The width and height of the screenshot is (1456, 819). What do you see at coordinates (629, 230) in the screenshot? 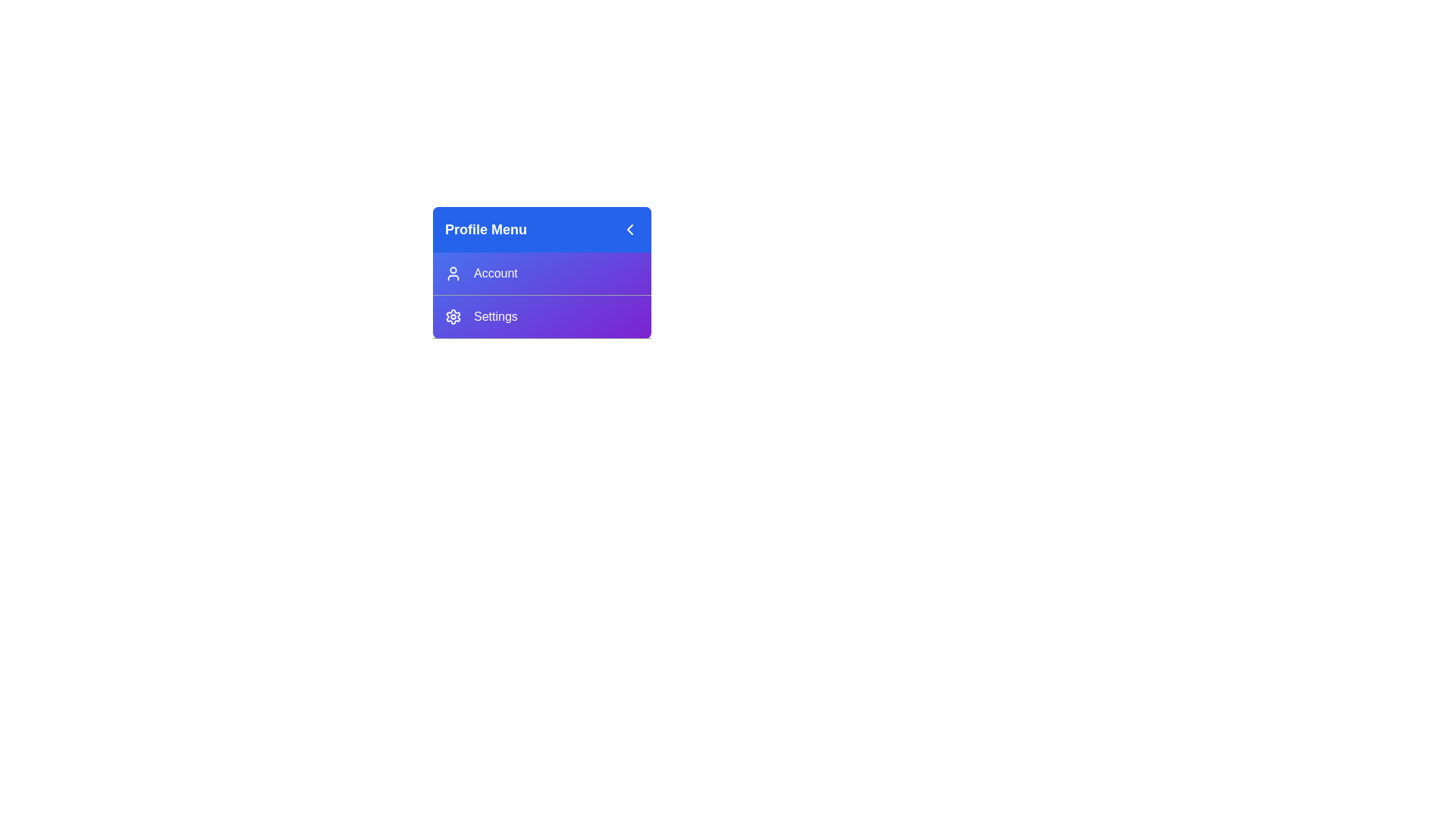
I see `the toggle button located at the top-right corner of the Profile Menu header` at bounding box center [629, 230].